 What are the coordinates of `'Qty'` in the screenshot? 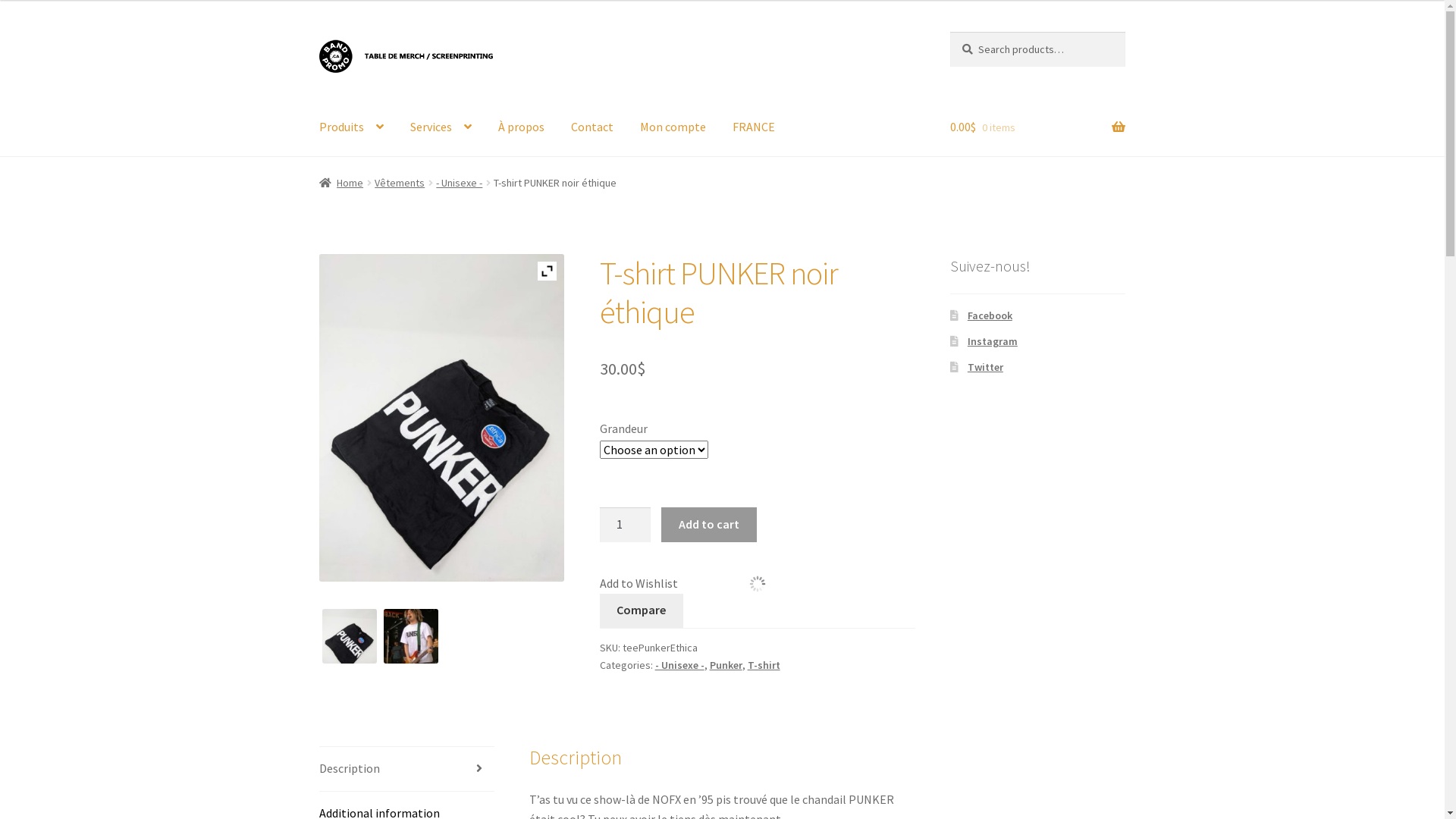 It's located at (626, 523).